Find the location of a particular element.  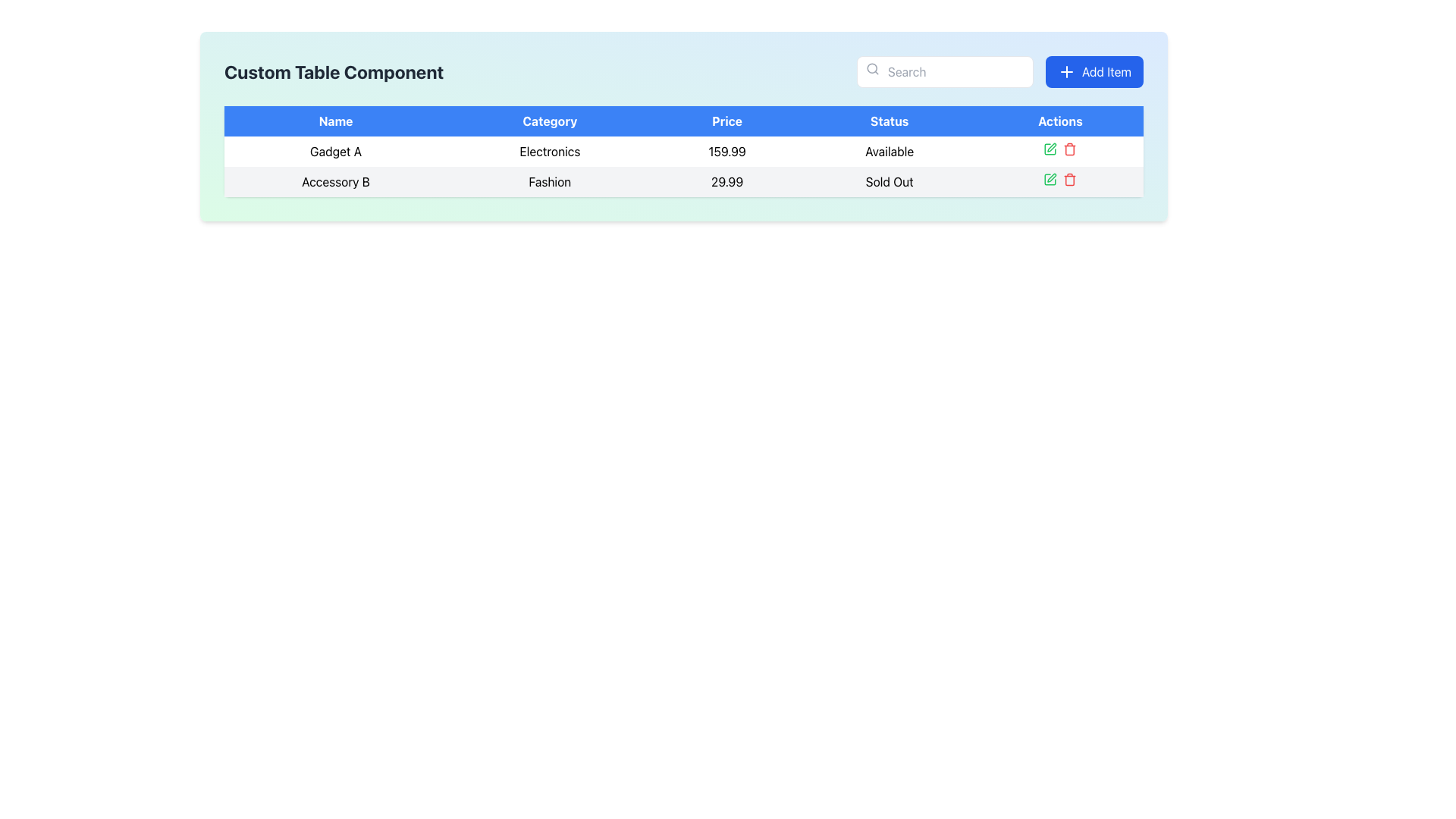

the delete icon in the Actions column of the row labeled 'Accessory B' is located at coordinates (1059, 180).